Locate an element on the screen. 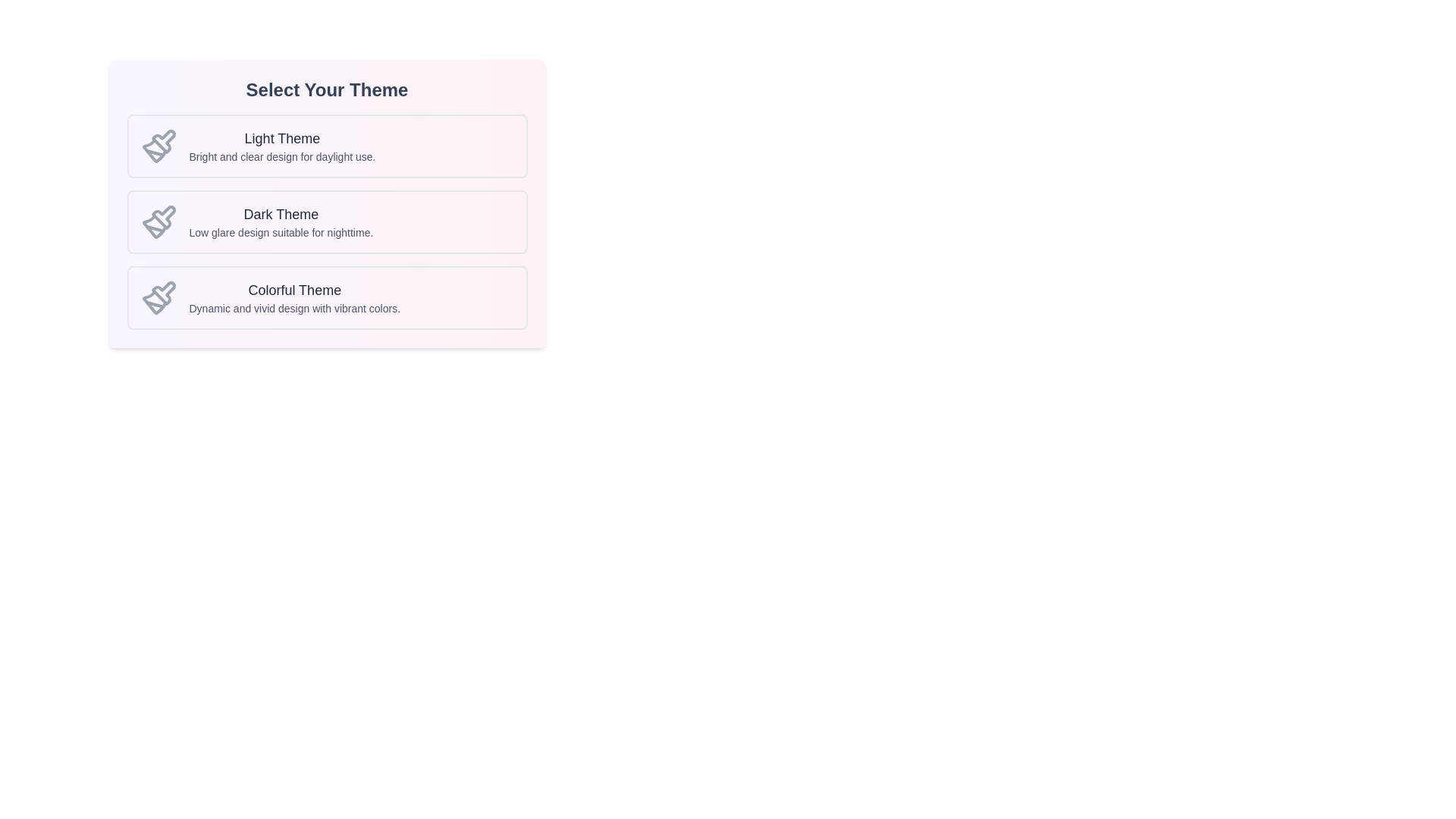 This screenshot has width=1456, height=819. the 'Colorful Theme' icon, which is located at the left side of the theme card and is visually representative of a dynamic design theme is located at coordinates (158, 298).